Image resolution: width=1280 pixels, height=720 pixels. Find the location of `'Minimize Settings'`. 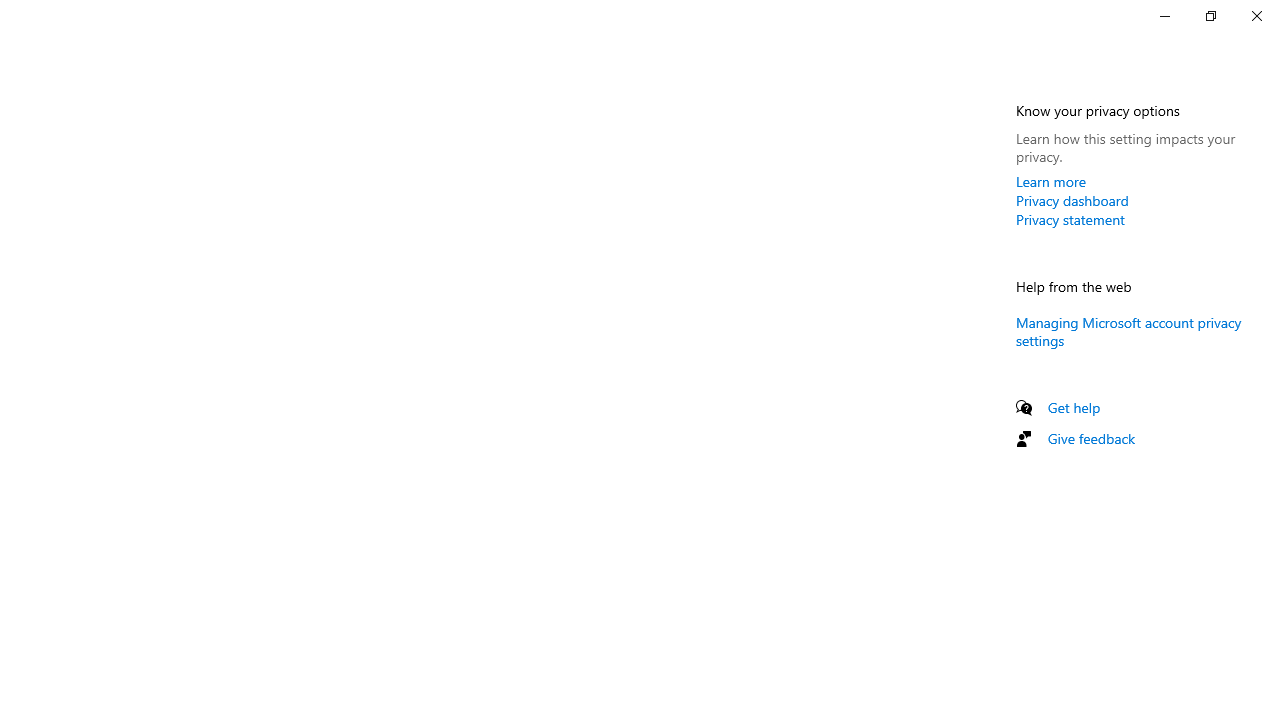

'Minimize Settings' is located at coordinates (1164, 15).